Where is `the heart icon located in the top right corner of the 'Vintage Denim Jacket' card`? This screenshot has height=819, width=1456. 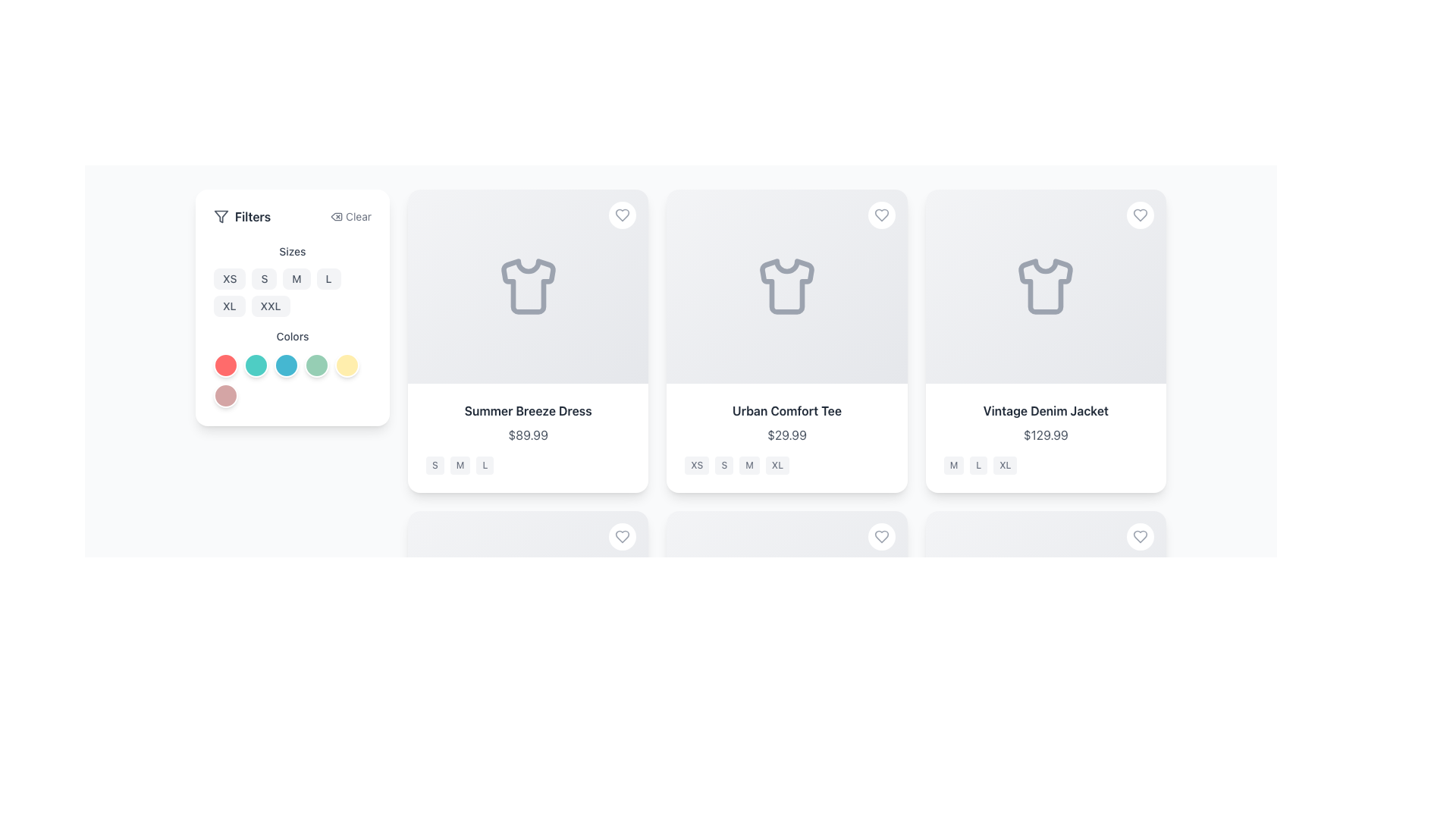 the heart icon located in the top right corner of the 'Vintage Denim Jacket' card is located at coordinates (1140, 536).